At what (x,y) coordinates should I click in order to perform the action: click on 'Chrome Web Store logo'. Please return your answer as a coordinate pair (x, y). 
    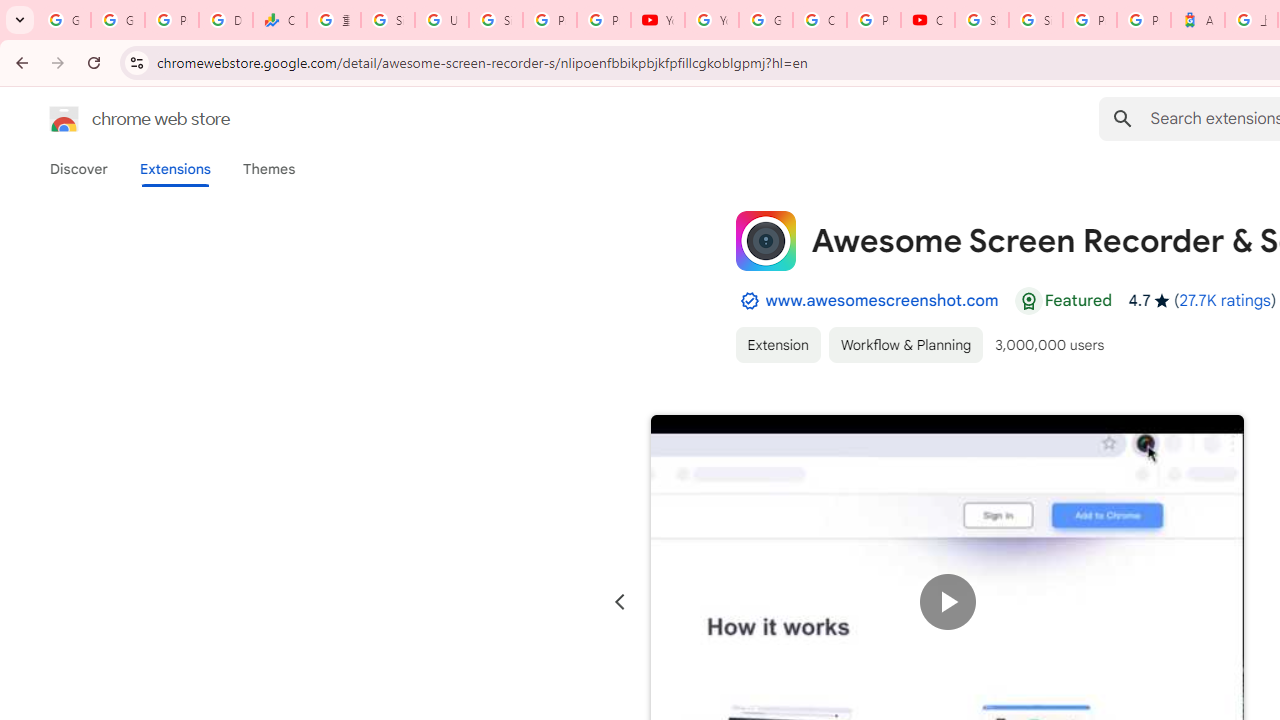
    Looking at the image, I should click on (64, 119).